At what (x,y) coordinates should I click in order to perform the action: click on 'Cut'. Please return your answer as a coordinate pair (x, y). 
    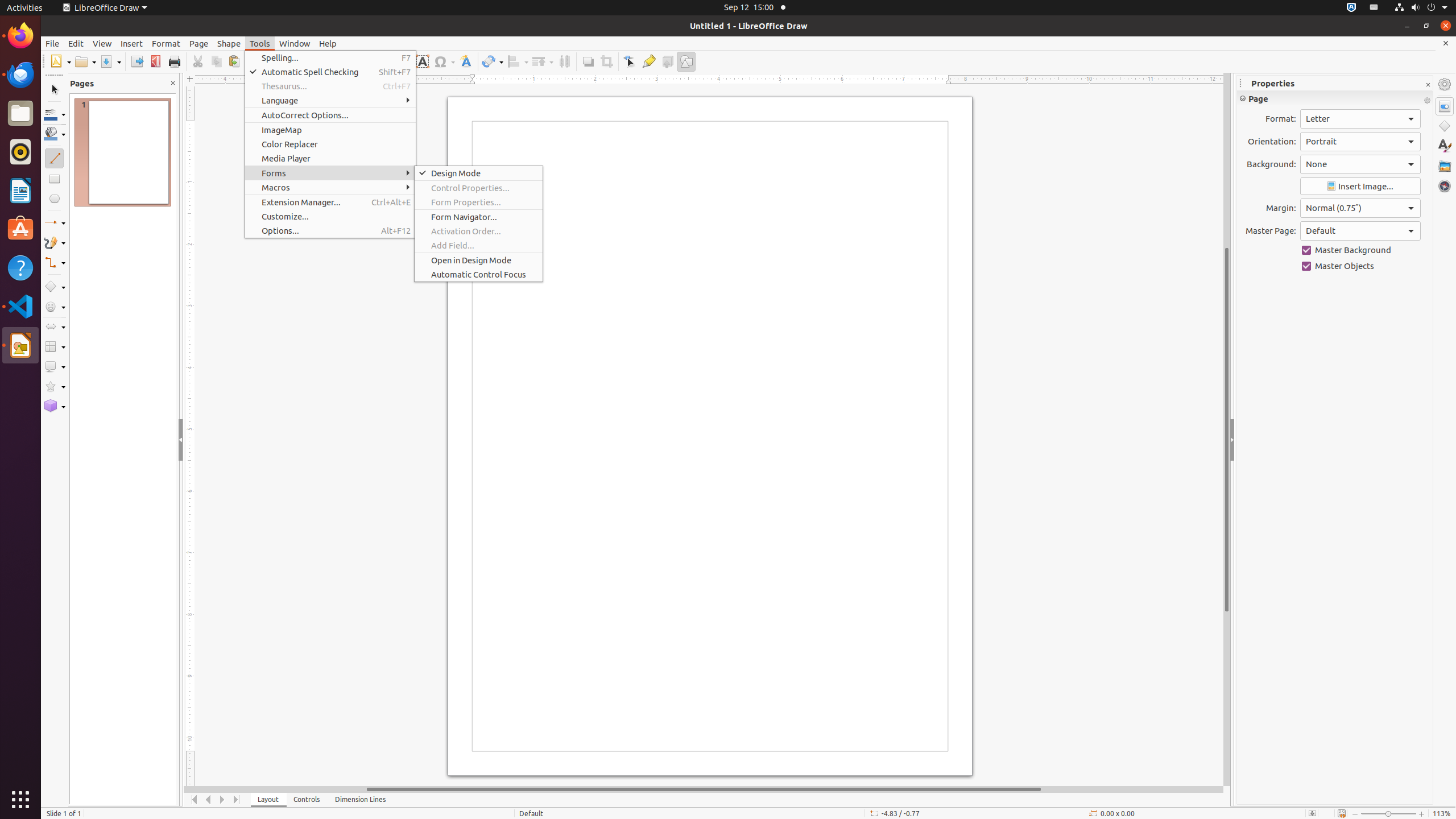
    Looking at the image, I should click on (197, 61).